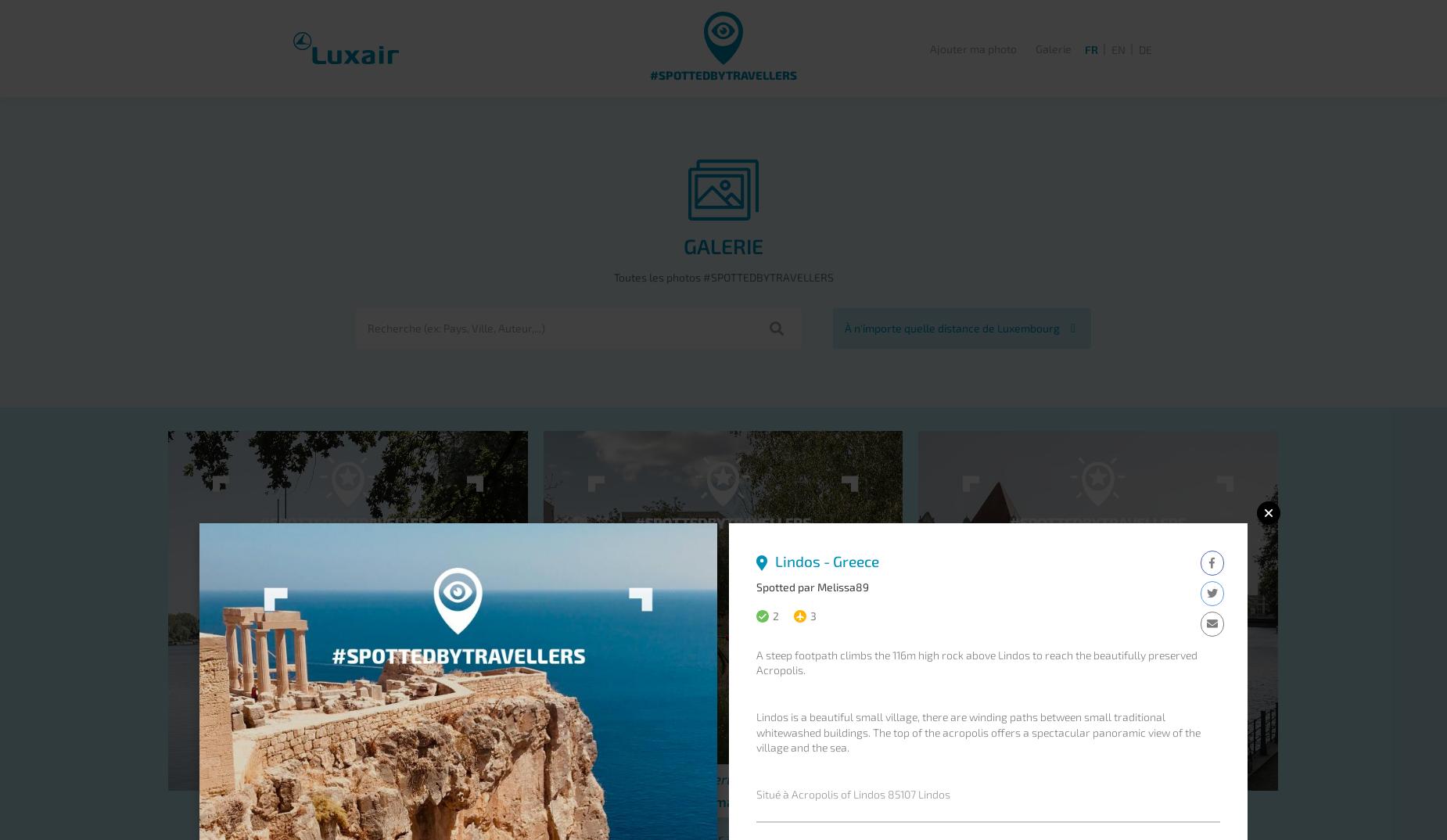 Image resolution: width=1447 pixels, height=840 pixels. I want to click on 'Lindos is a beautiful small village, there are winding paths between small traditional whitewashed buildings. The top of the acropolis offers a spectacular panoramic view of the village and the sea.', so click(977, 731).